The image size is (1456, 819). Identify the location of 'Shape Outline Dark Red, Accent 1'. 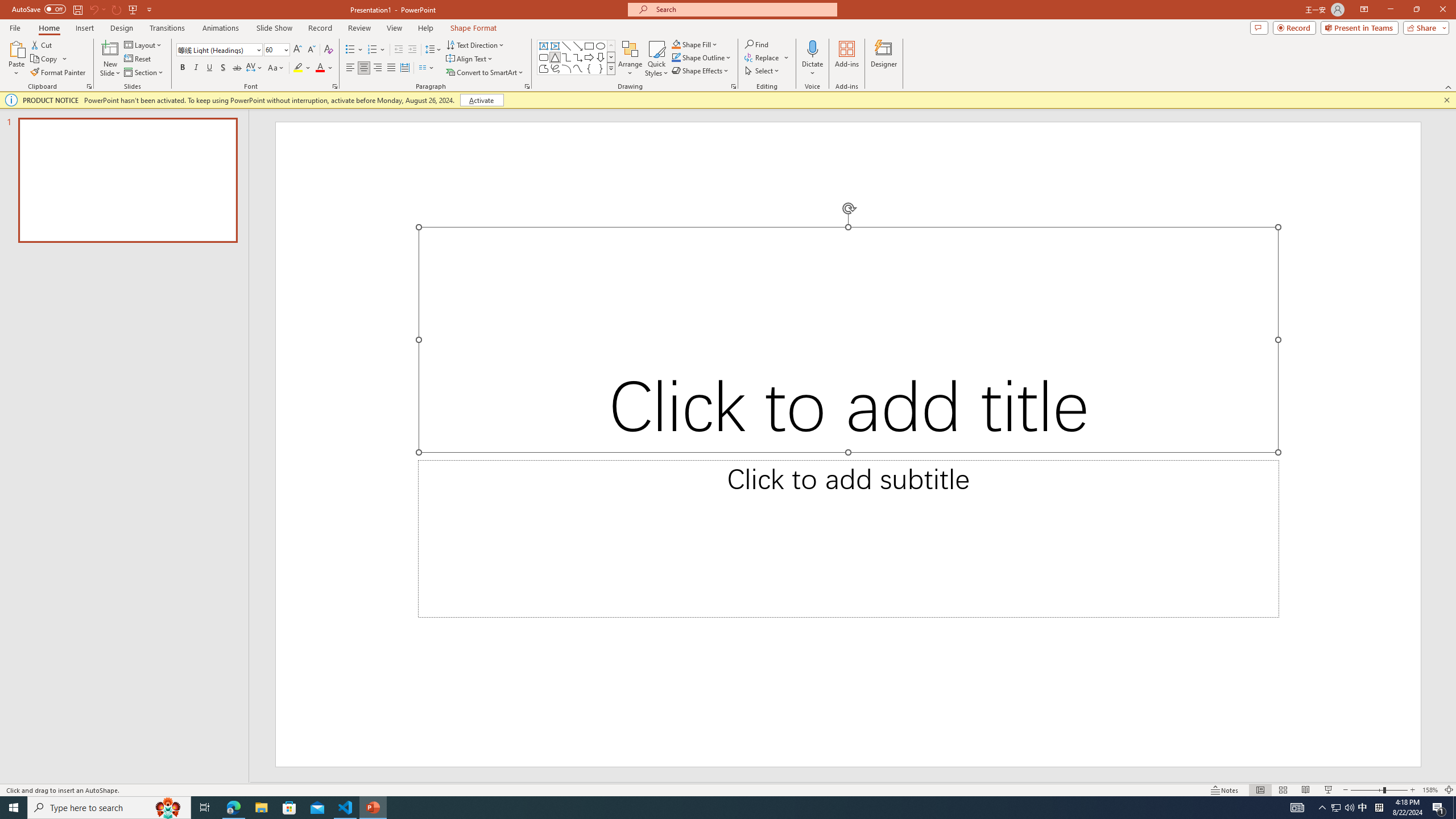
(676, 56).